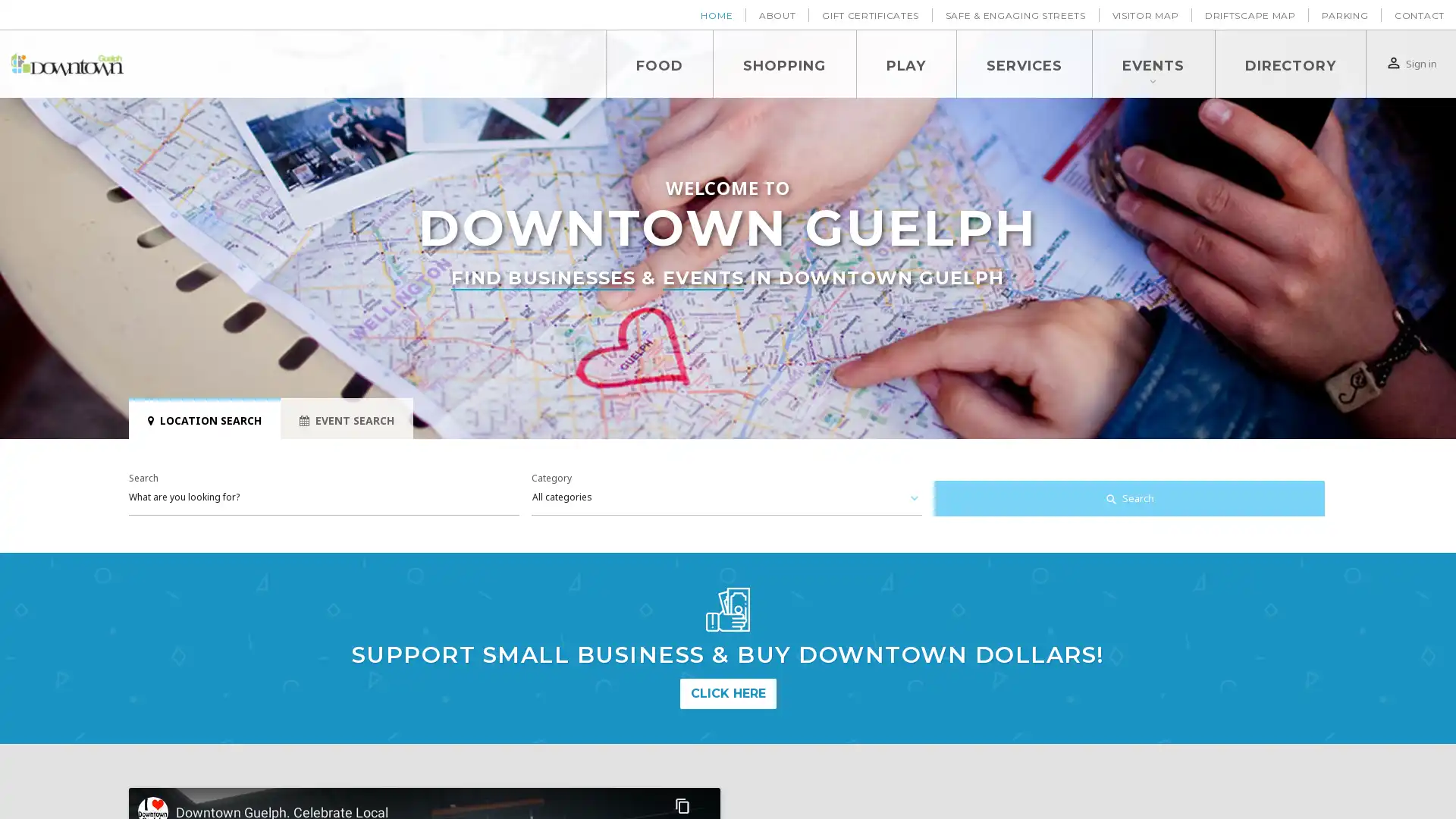 The image size is (1456, 819). I want to click on searchSearch, so click(1128, 499).